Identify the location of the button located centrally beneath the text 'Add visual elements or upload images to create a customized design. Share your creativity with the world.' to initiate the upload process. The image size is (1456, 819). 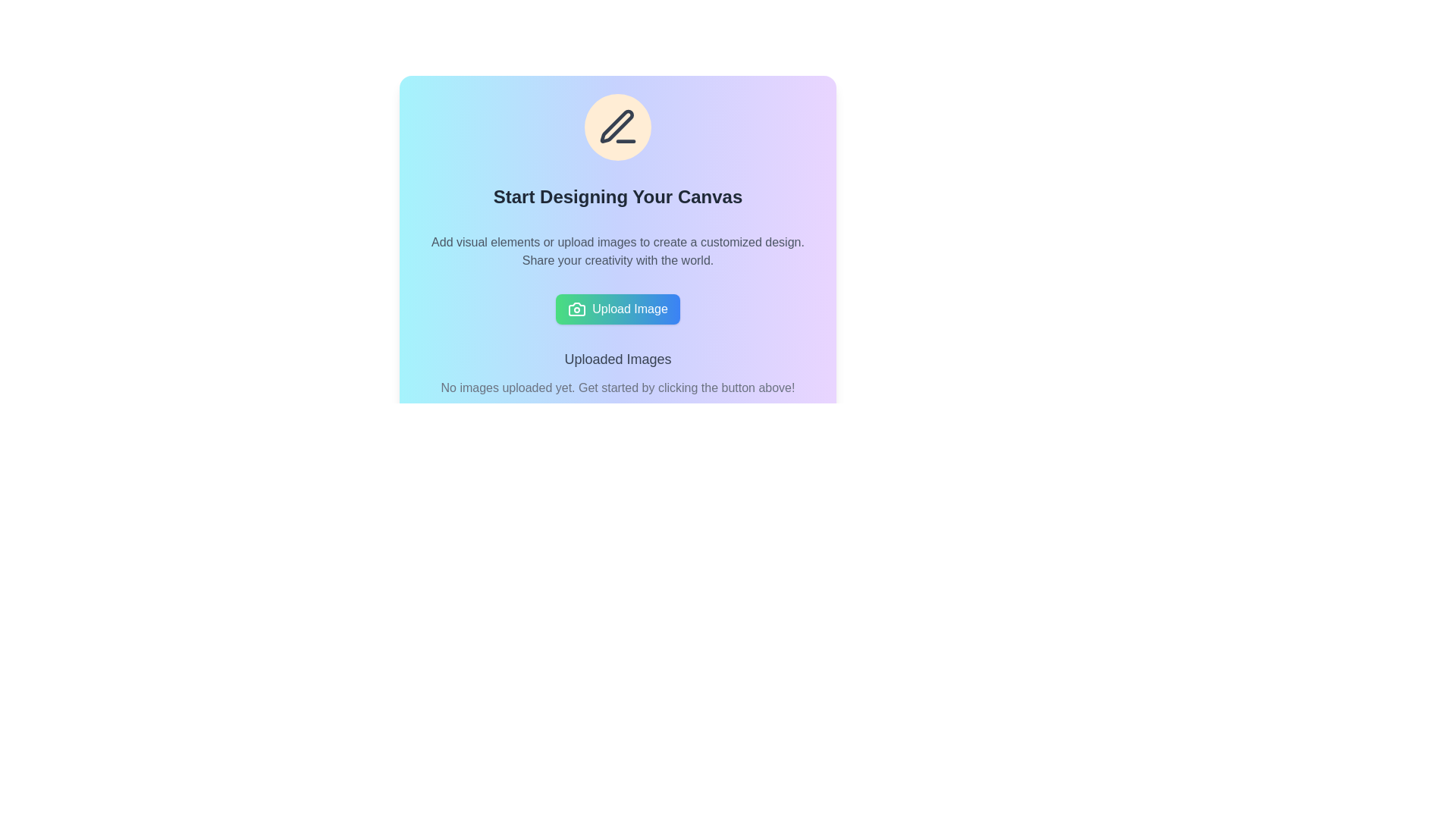
(618, 309).